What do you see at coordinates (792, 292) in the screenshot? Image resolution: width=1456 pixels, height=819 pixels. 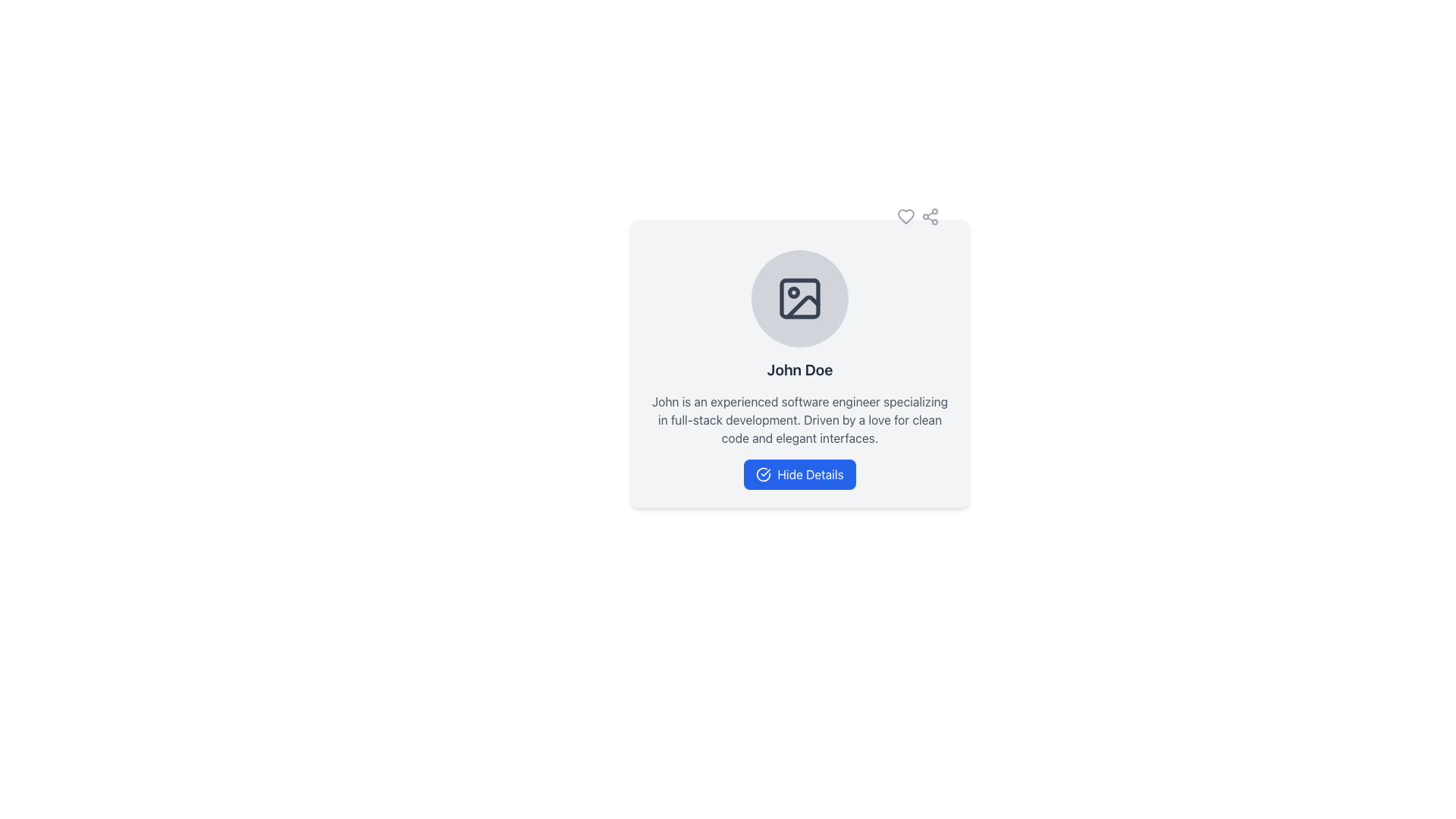 I see `the small decorative circular element located within the picture frame icon above the name 'John Doe' on the main card` at bounding box center [792, 292].